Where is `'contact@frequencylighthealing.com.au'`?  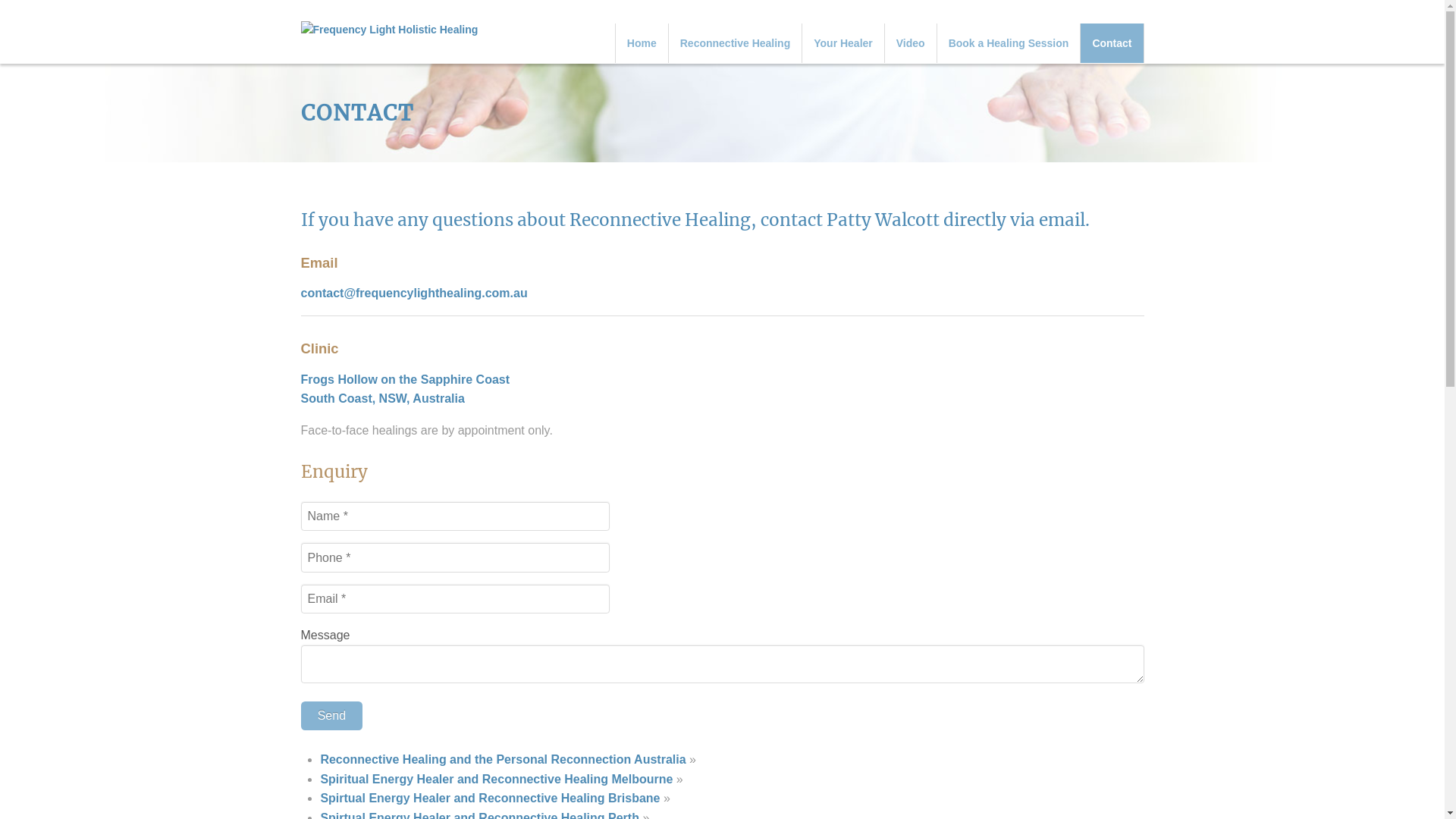 'contact@frequencylighthealing.com.au' is located at coordinates (413, 293).